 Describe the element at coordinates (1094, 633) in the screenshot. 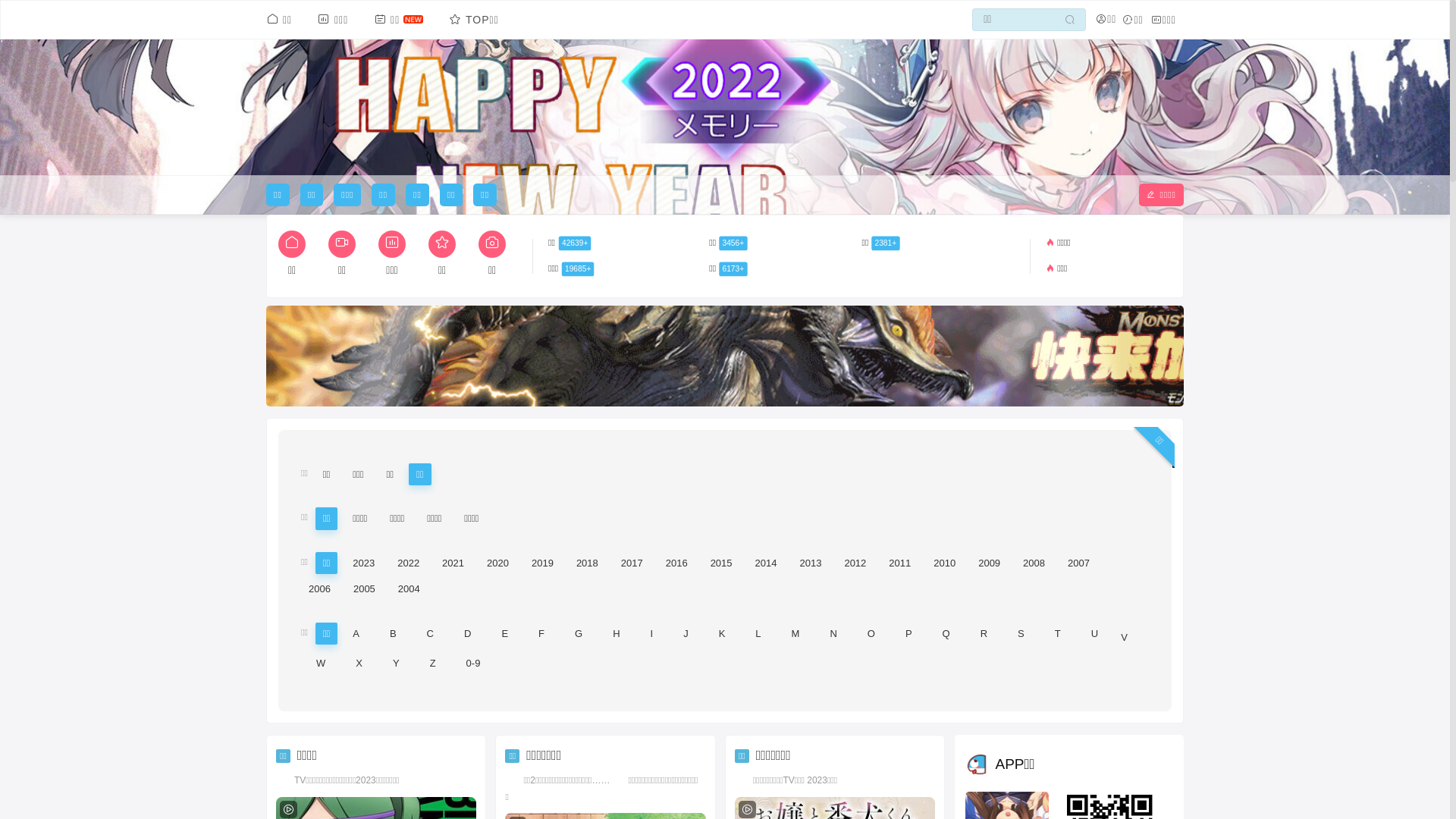

I see `'U'` at that location.